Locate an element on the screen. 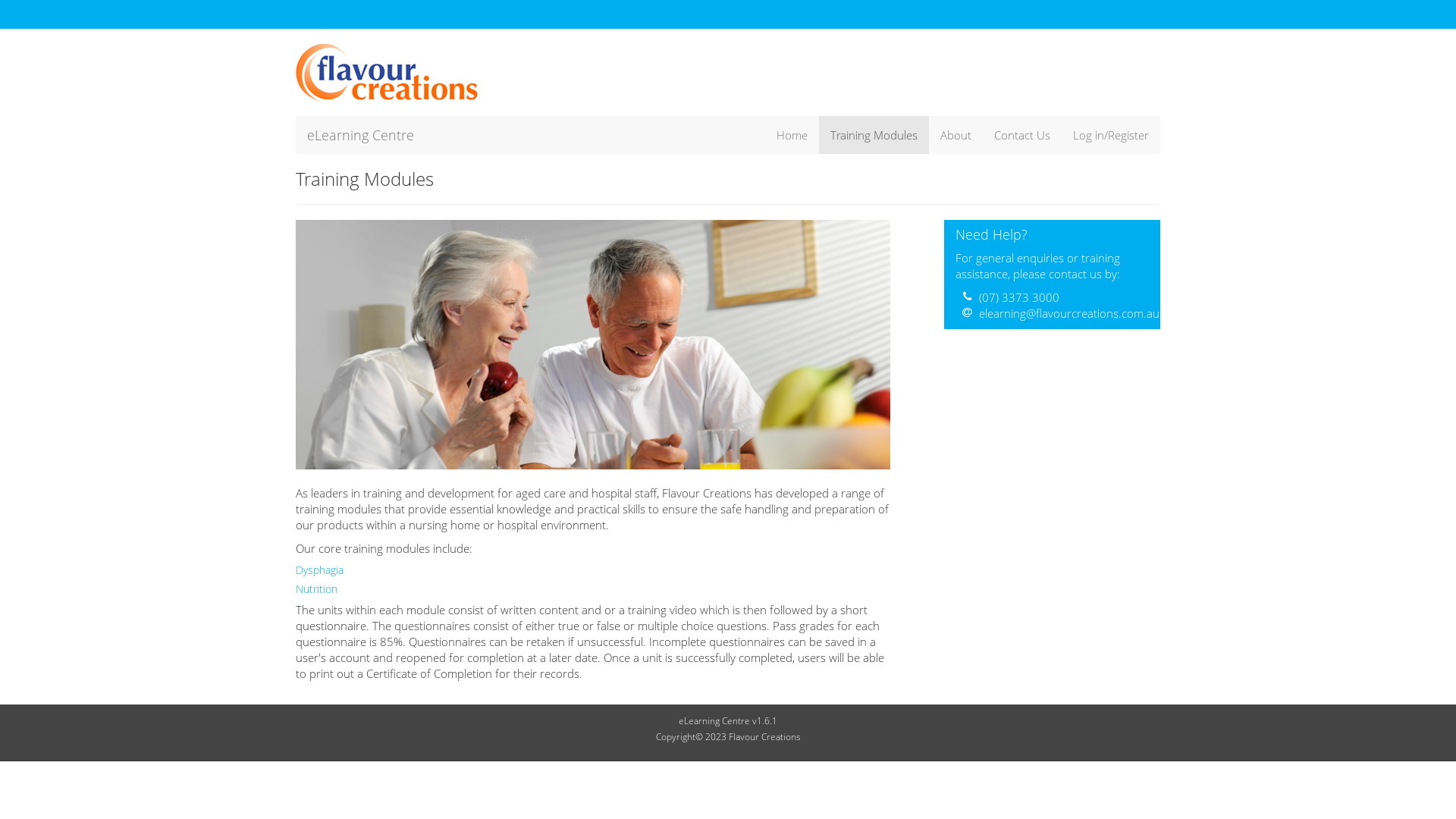 Image resolution: width=1456 pixels, height=819 pixels. 'eLearning Centre' is located at coordinates (359, 133).